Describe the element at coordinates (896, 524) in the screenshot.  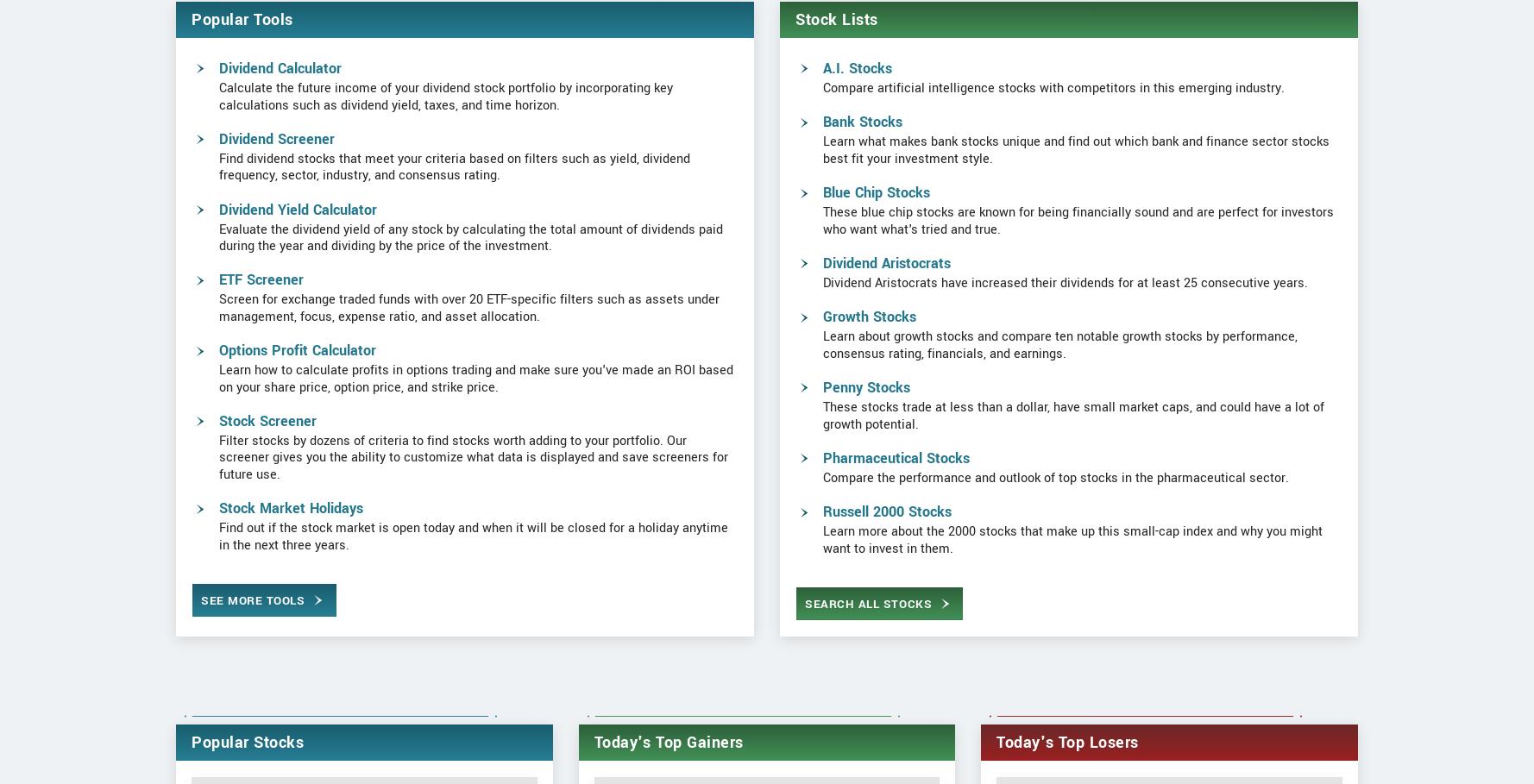
I see `'Pharmaceutical Stocks'` at that location.